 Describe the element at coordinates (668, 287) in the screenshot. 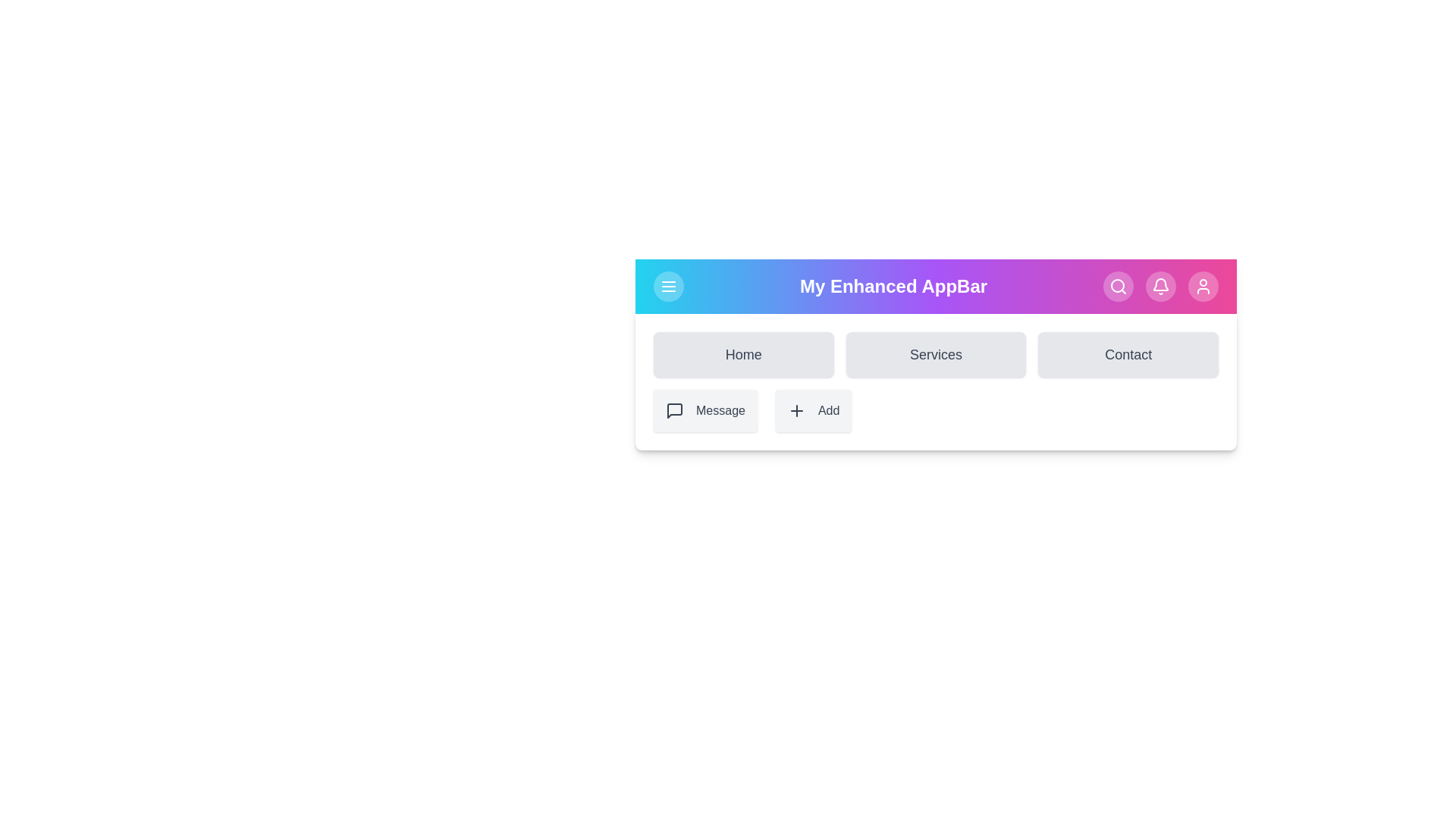

I see `the menu toggle button to toggle the visibility of the main menu` at that location.